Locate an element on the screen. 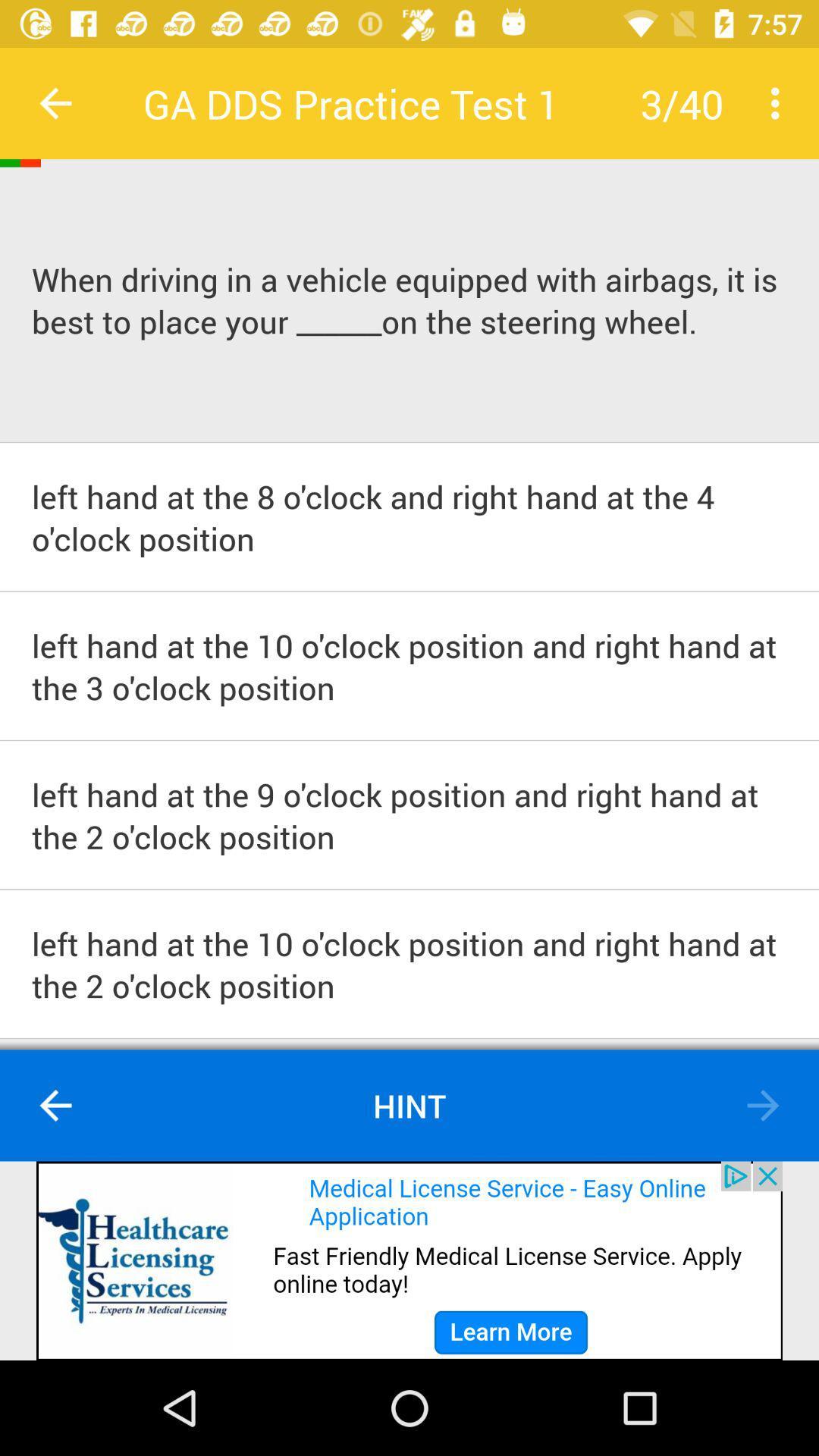 The height and width of the screenshot is (1456, 819). back hint is located at coordinates (55, 1106).